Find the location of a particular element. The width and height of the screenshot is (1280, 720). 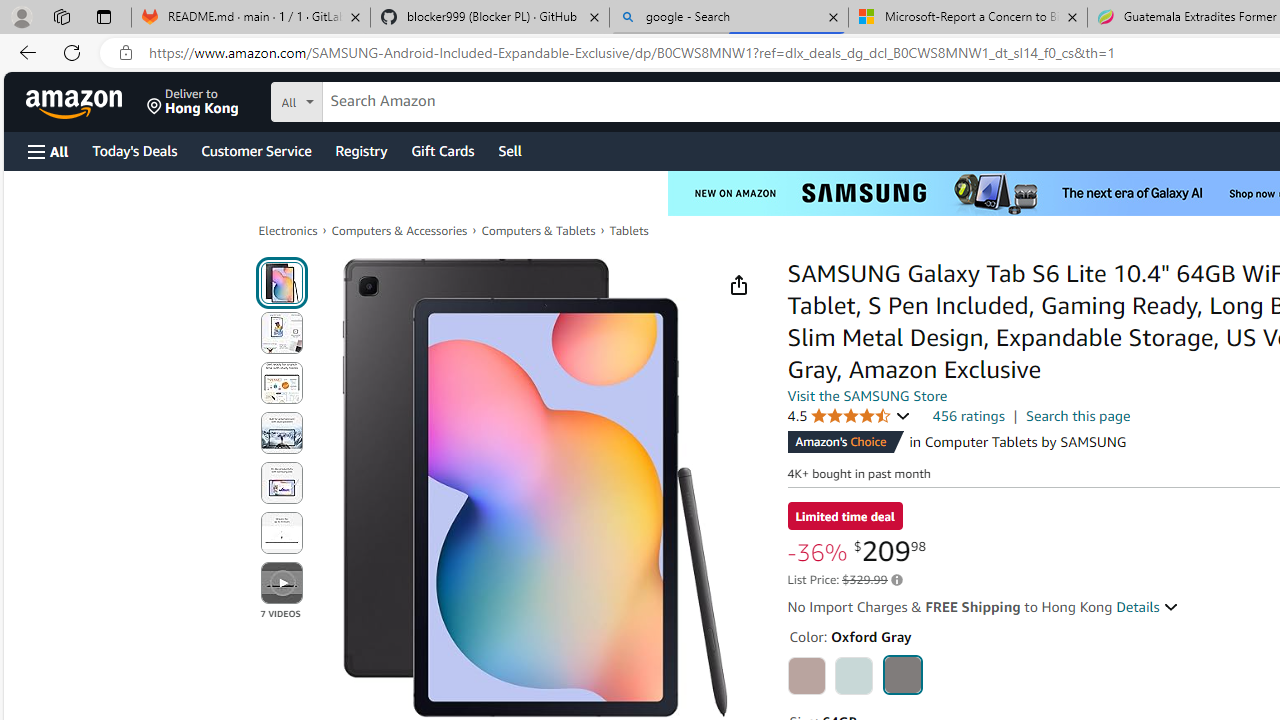

'Computers & Tablets' is located at coordinates (538, 229).